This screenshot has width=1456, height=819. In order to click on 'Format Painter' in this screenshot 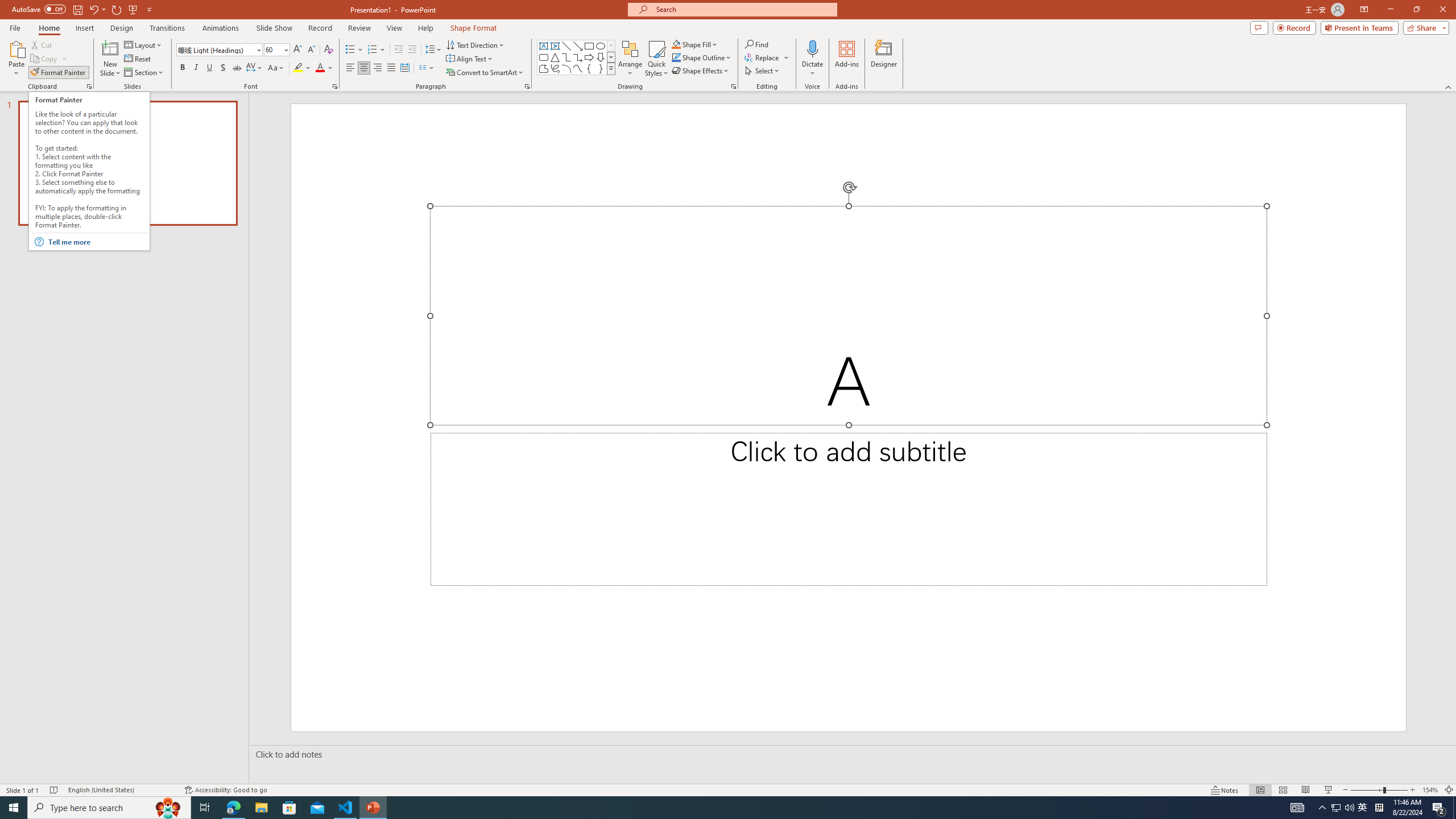, I will do `click(58, 72)`.